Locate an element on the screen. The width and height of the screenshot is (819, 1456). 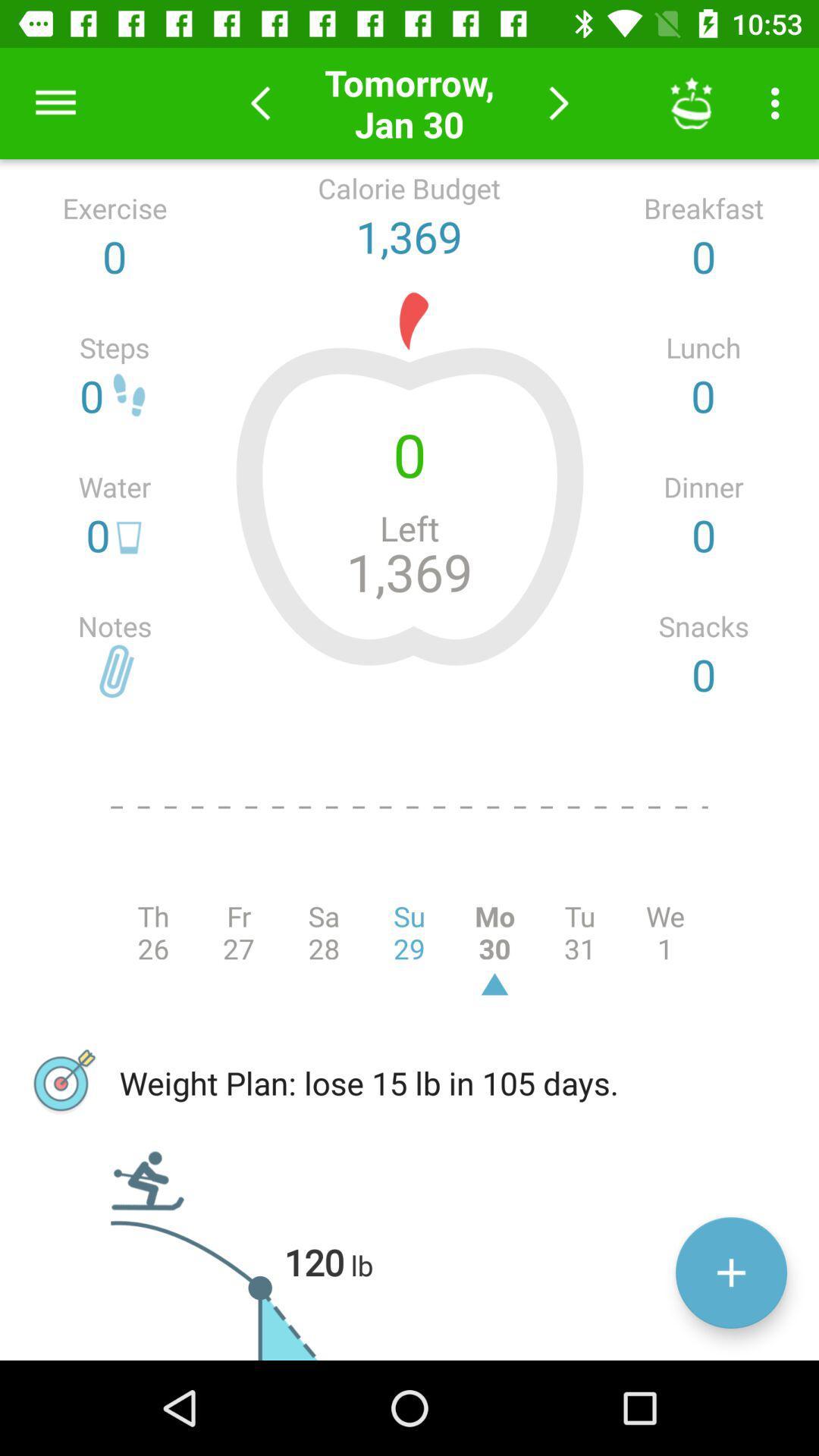
advertisement day diary is located at coordinates (730, 1272).